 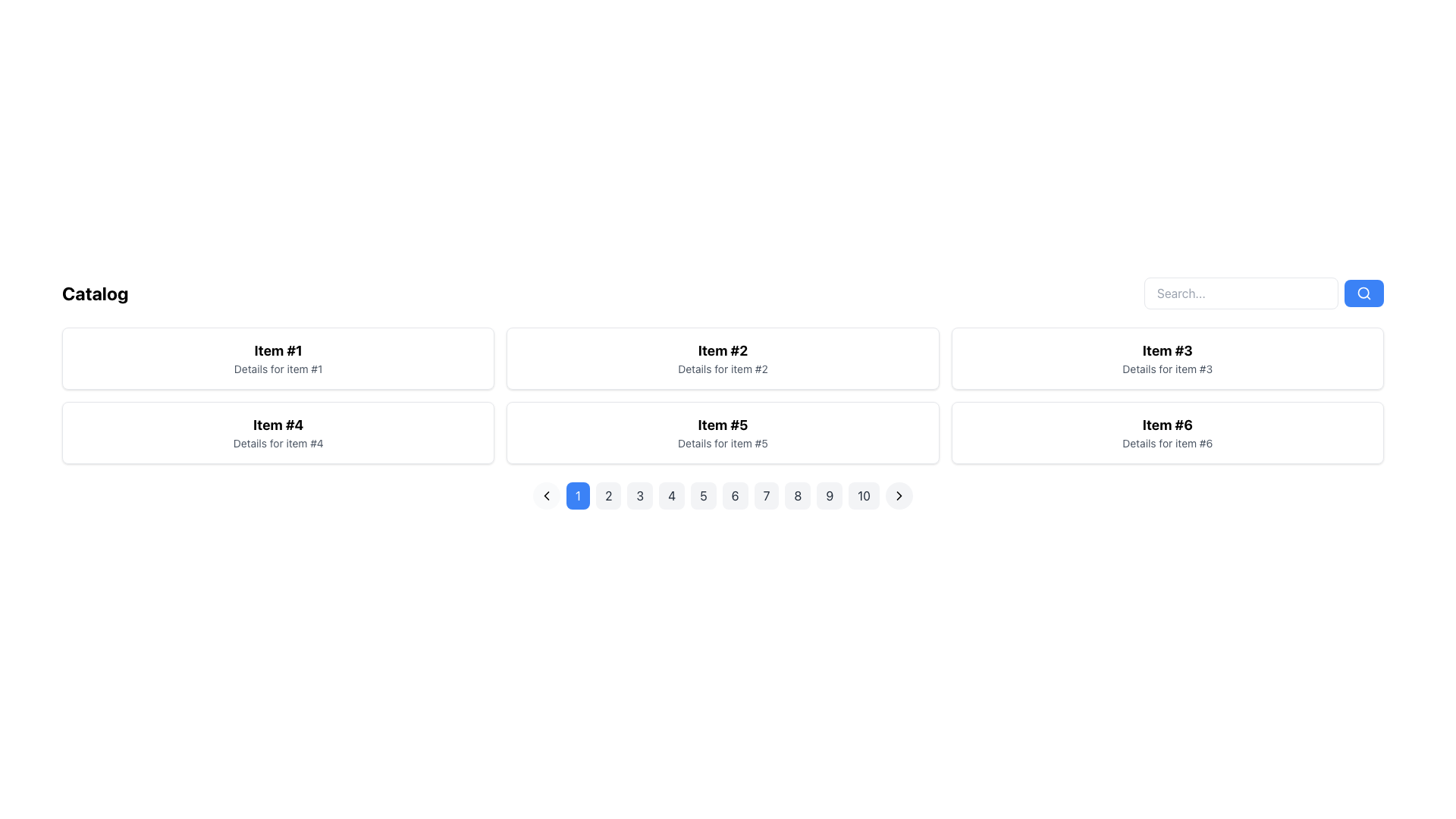 I want to click on the first pagination button located at the bottom center of the layout, so click(x=577, y=496).